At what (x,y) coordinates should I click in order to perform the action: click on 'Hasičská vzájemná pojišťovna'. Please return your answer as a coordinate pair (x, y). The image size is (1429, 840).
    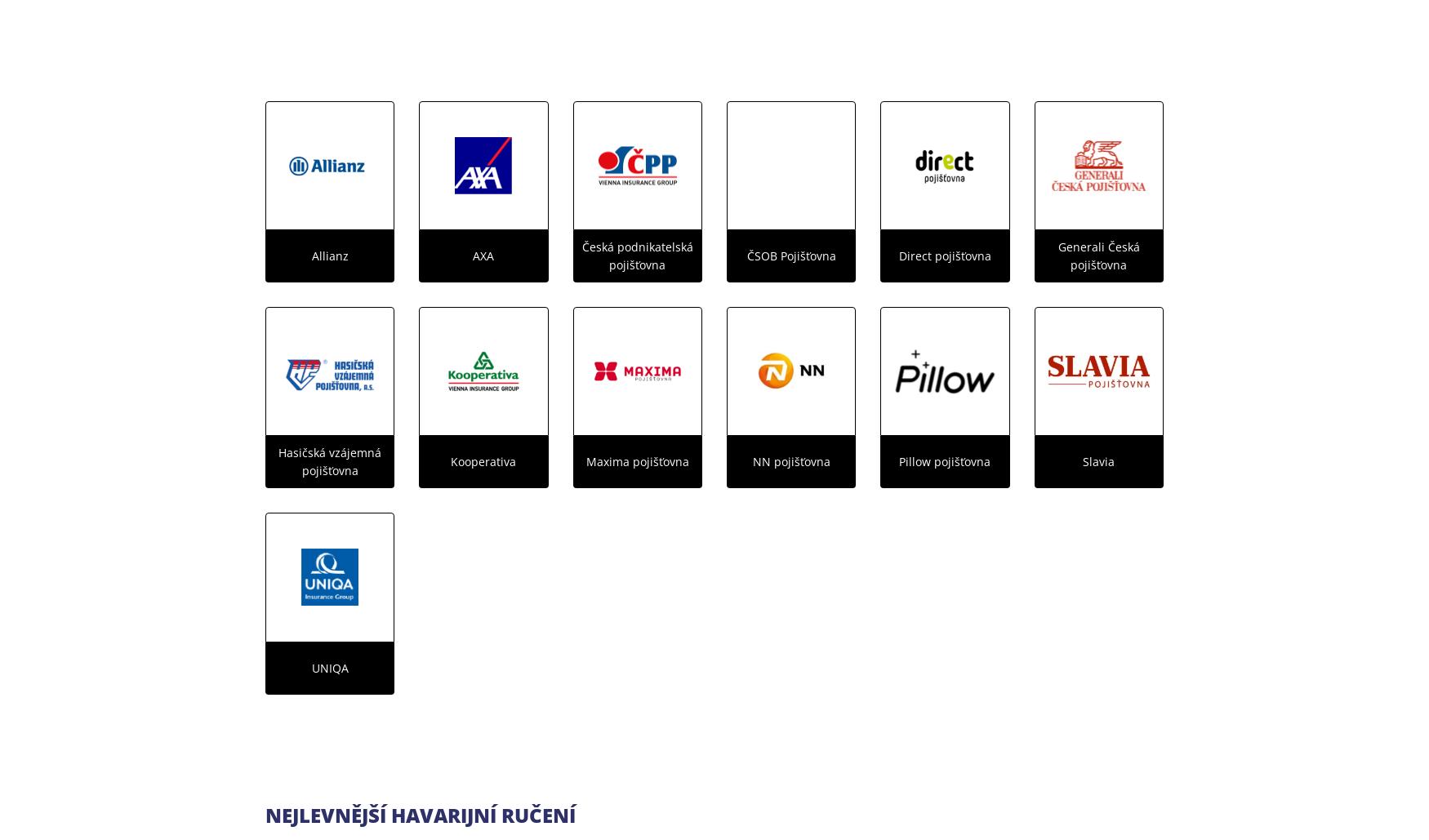
    Looking at the image, I should click on (329, 460).